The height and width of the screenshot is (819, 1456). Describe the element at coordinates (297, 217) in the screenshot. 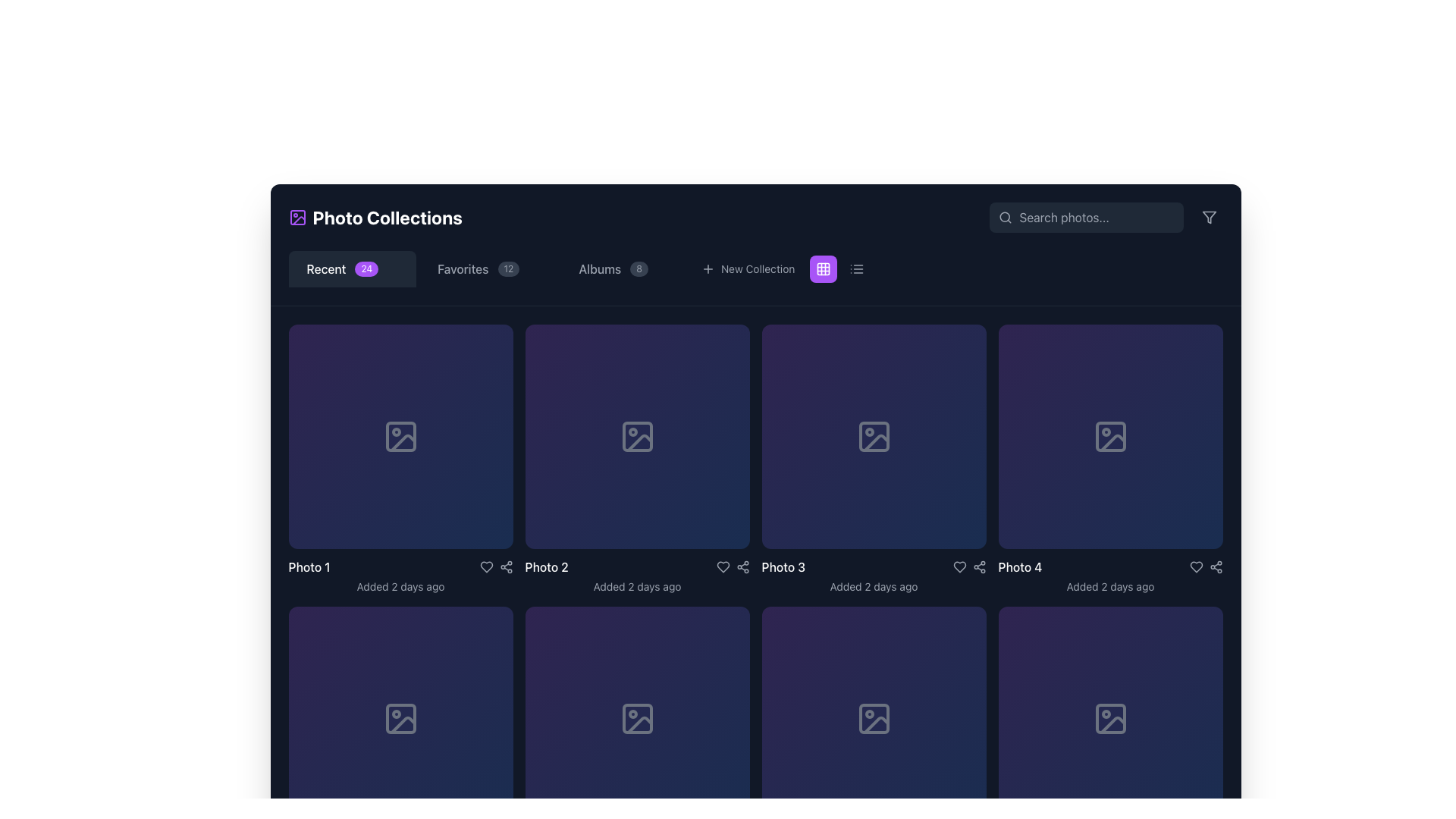

I see `the purple icon representing an image, located to the left of the 'Photo Collections' text, at the top-left section of the interface` at that location.